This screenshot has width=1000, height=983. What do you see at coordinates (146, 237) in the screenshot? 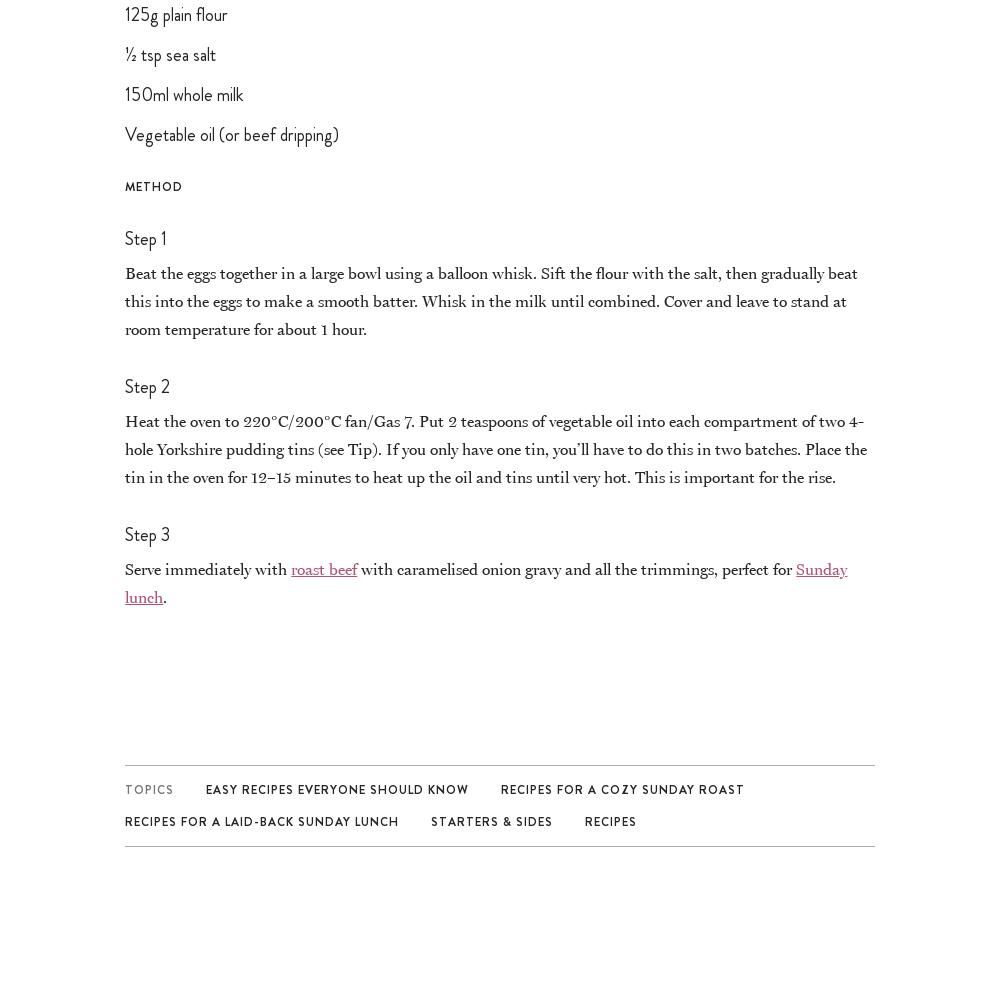
I see `'Step 1'` at bounding box center [146, 237].